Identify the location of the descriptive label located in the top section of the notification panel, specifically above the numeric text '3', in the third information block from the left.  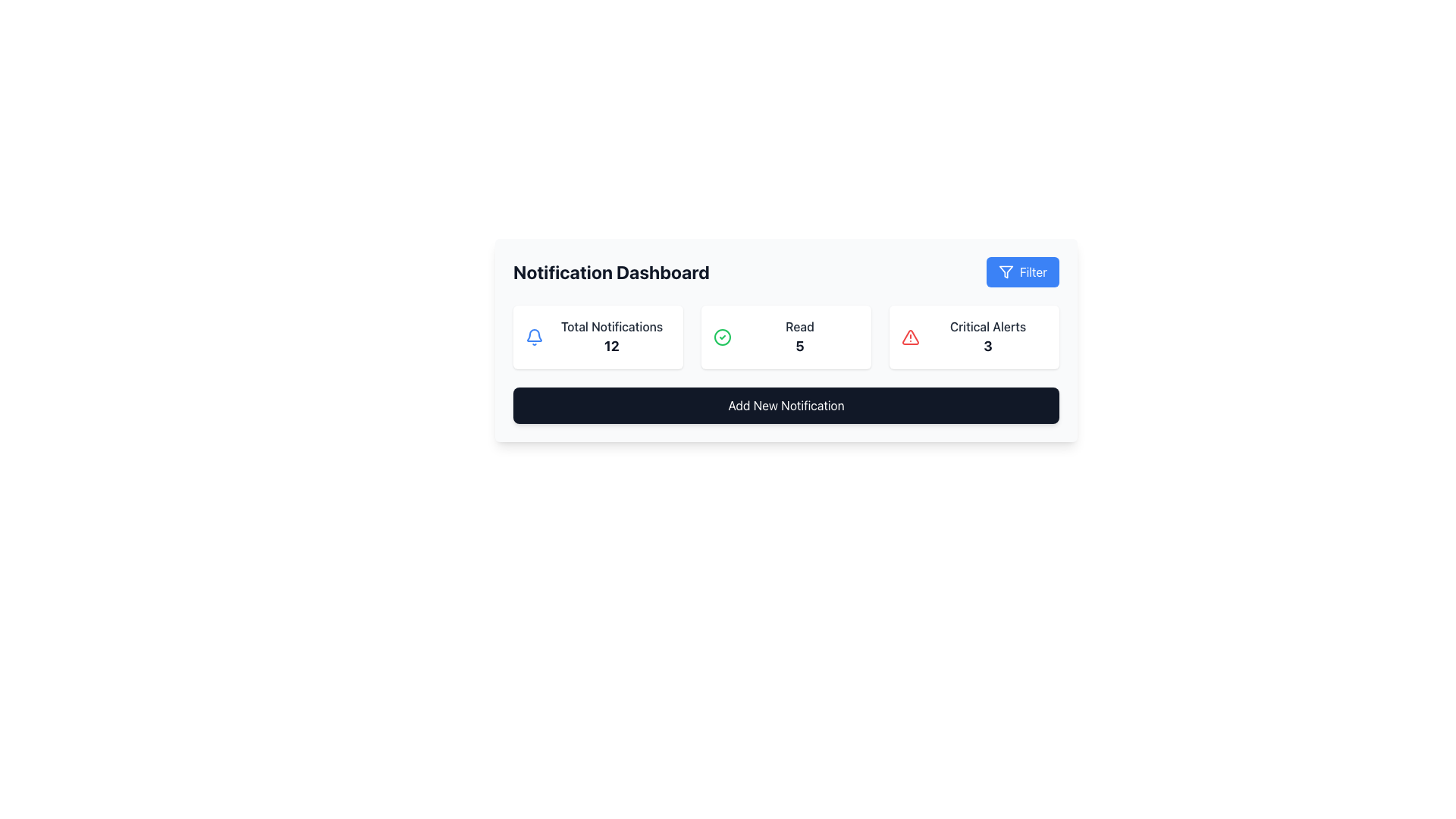
(987, 326).